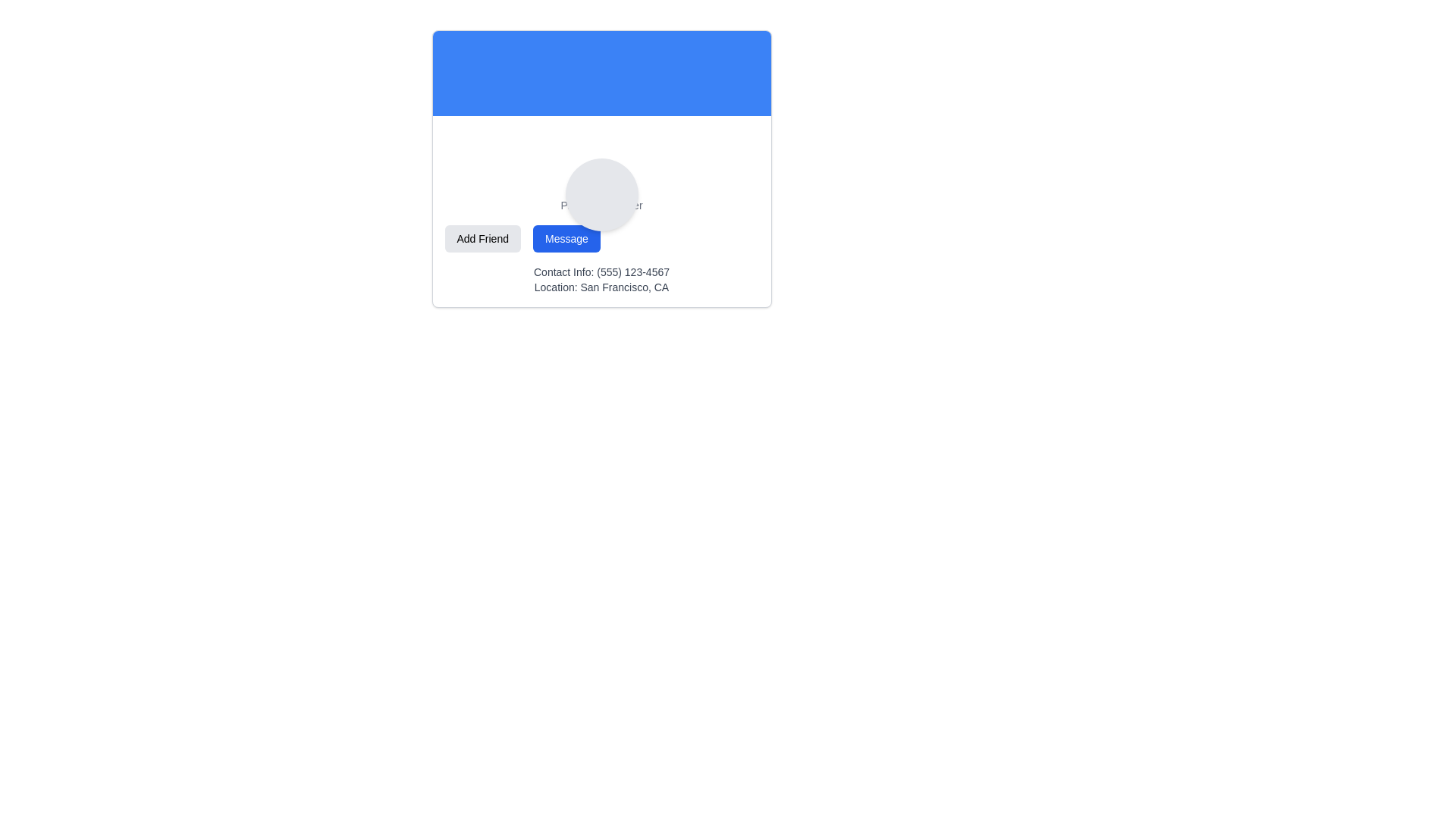 The image size is (1456, 819). What do you see at coordinates (482, 239) in the screenshot?
I see `the 'Add Friend' button, which is a rectangular button with the text 'Add Friend' in black on a light gray background, located to the left of the 'Message' button` at bounding box center [482, 239].